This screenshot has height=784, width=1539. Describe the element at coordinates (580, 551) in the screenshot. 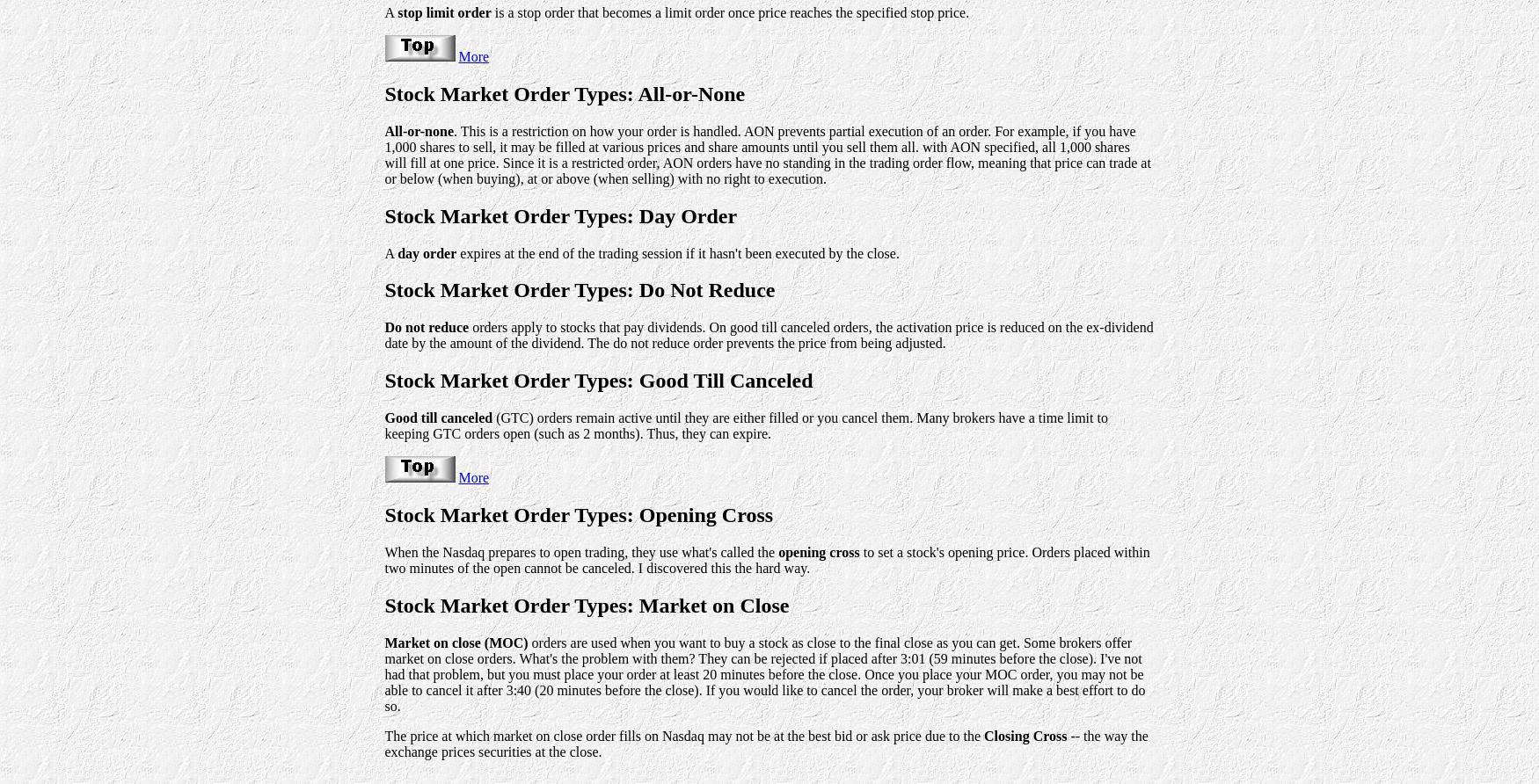

I see `'When the Nasdaq prepares to open trading, they use what's called the'` at that location.